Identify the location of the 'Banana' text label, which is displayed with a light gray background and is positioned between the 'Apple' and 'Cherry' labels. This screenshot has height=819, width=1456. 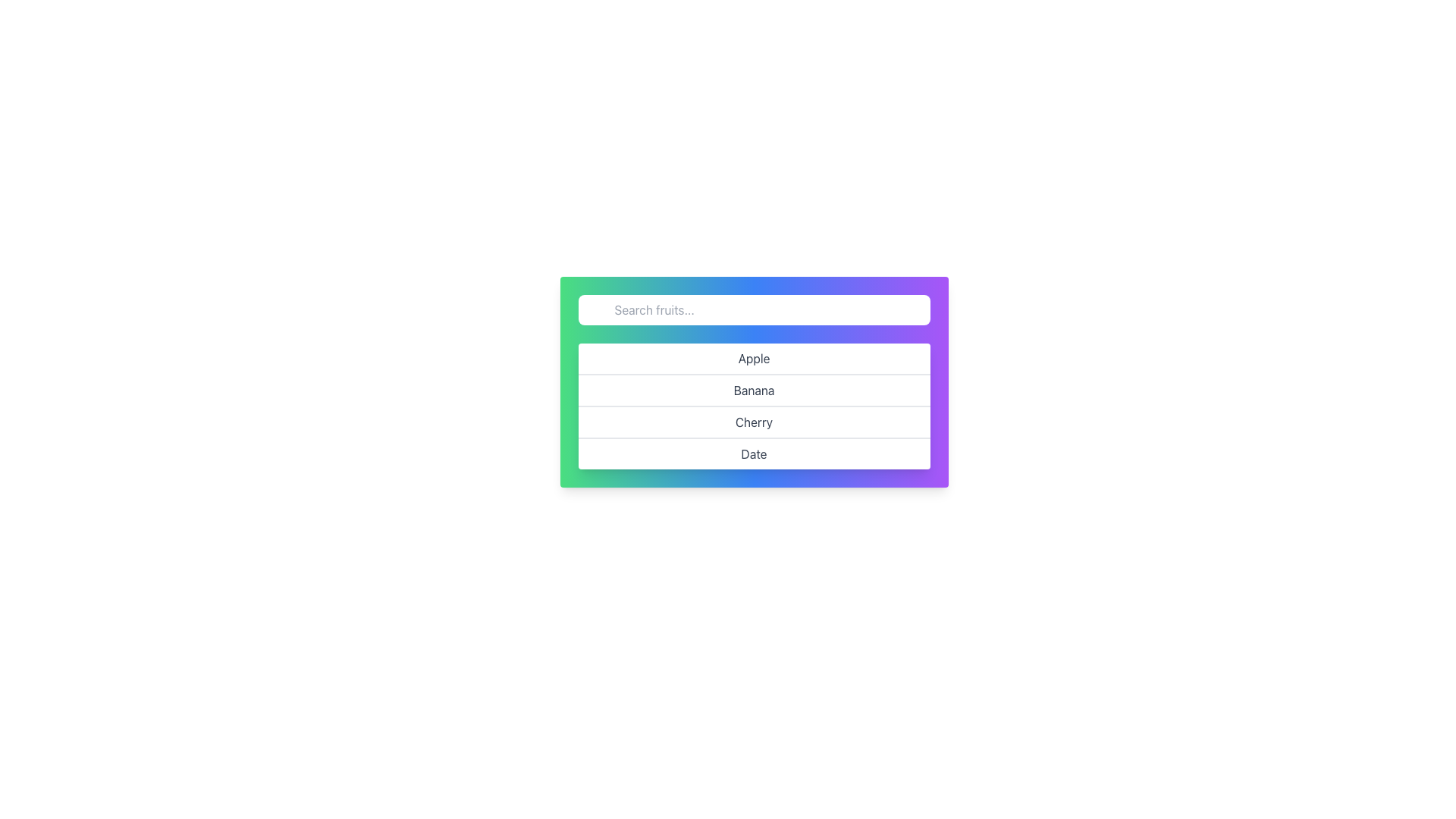
(754, 381).